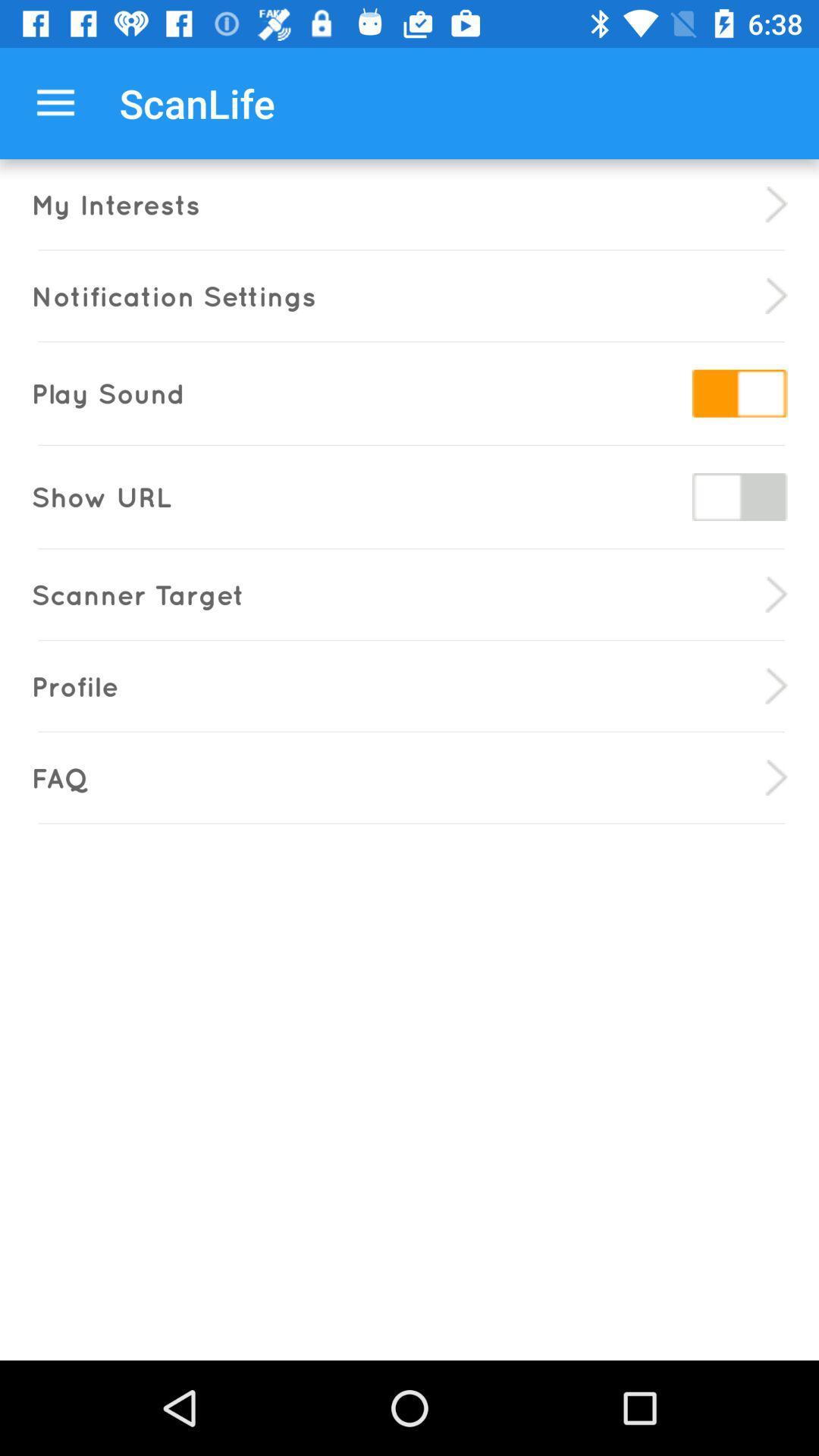  What do you see at coordinates (739, 393) in the screenshot?
I see `sound on/off` at bounding box center [739, 393].